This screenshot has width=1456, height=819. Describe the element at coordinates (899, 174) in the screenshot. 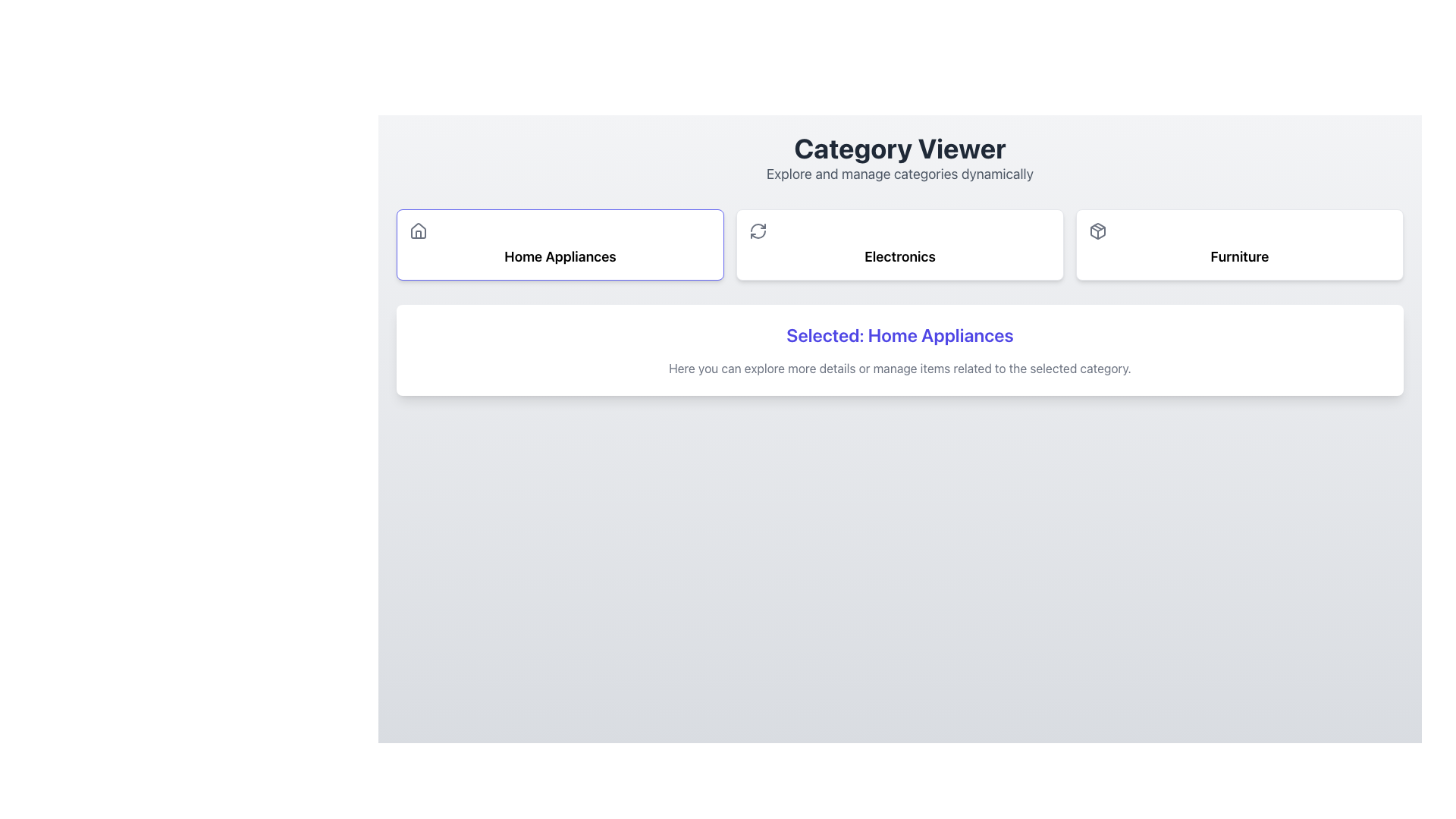

I see `the Text Label that provides additional context or explanation to the main heading, positioned directly below the title 'Category Viewer'` at that location.